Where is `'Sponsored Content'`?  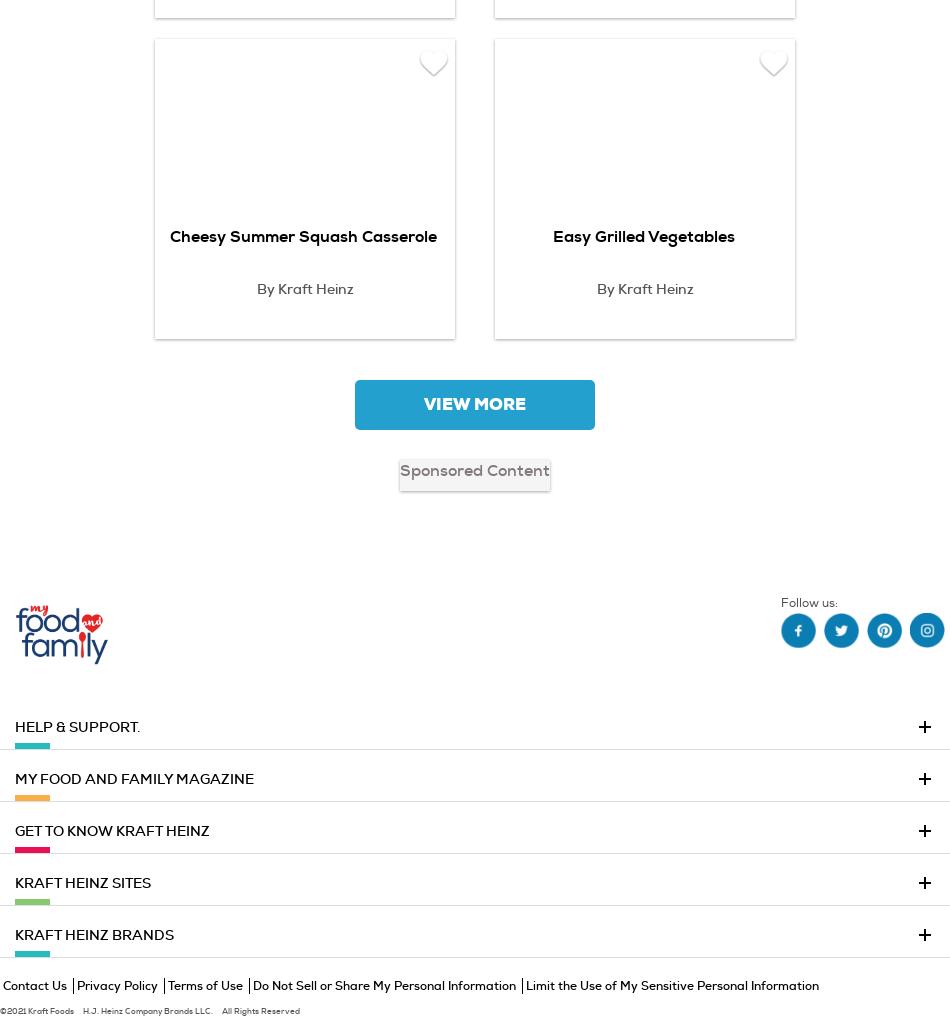 'Sponsored Content' is located at coordinates (475, 470).